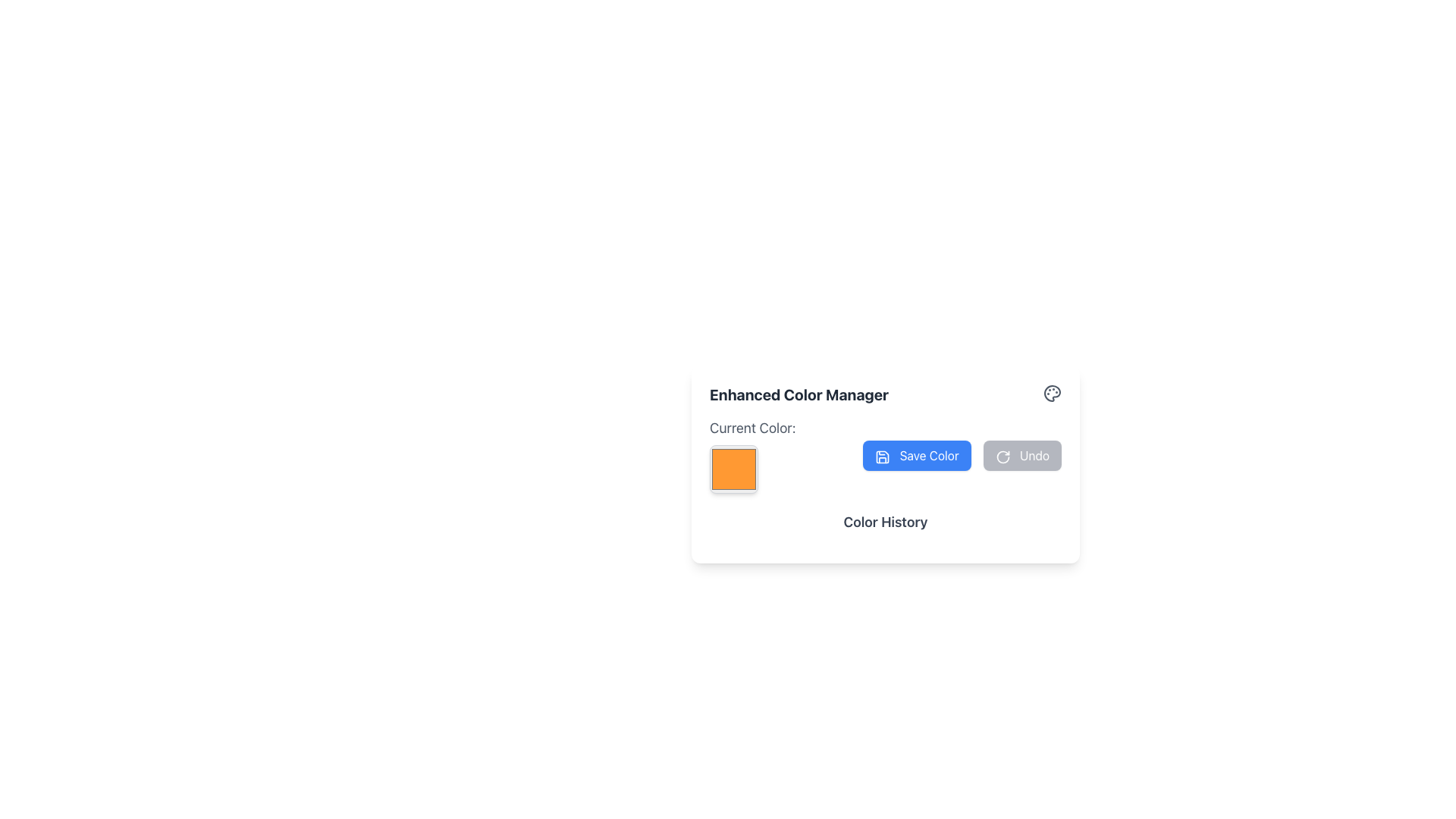 This screenshot has height=819, width=1456. I want to click on the Text Label that serves as a title for the section displaying the history of selected colors, located below the color display section and buttons, so click(885, 528).